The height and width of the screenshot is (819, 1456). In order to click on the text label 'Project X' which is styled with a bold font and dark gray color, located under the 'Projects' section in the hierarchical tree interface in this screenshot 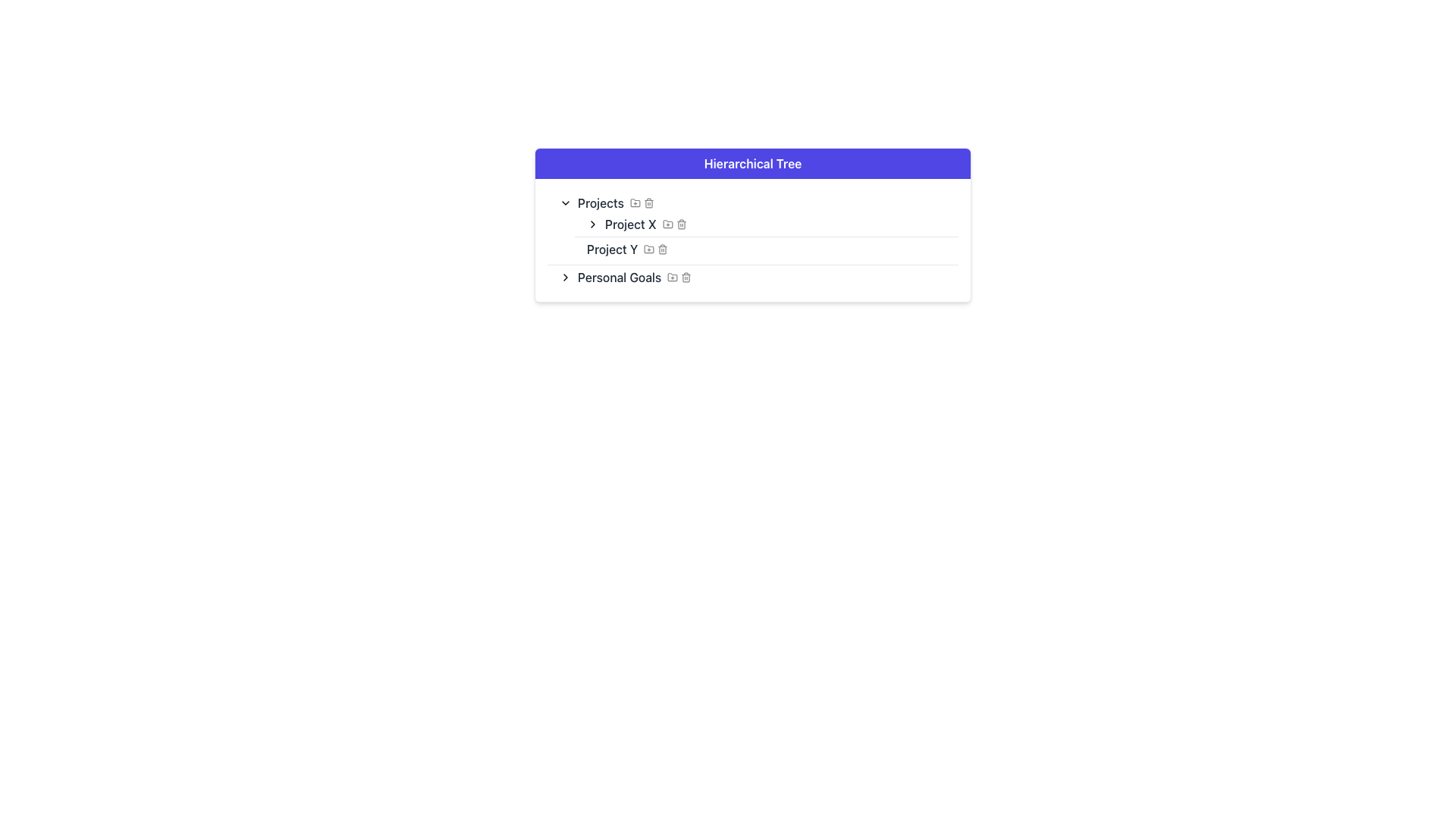, I will do `click(630, 224)`.